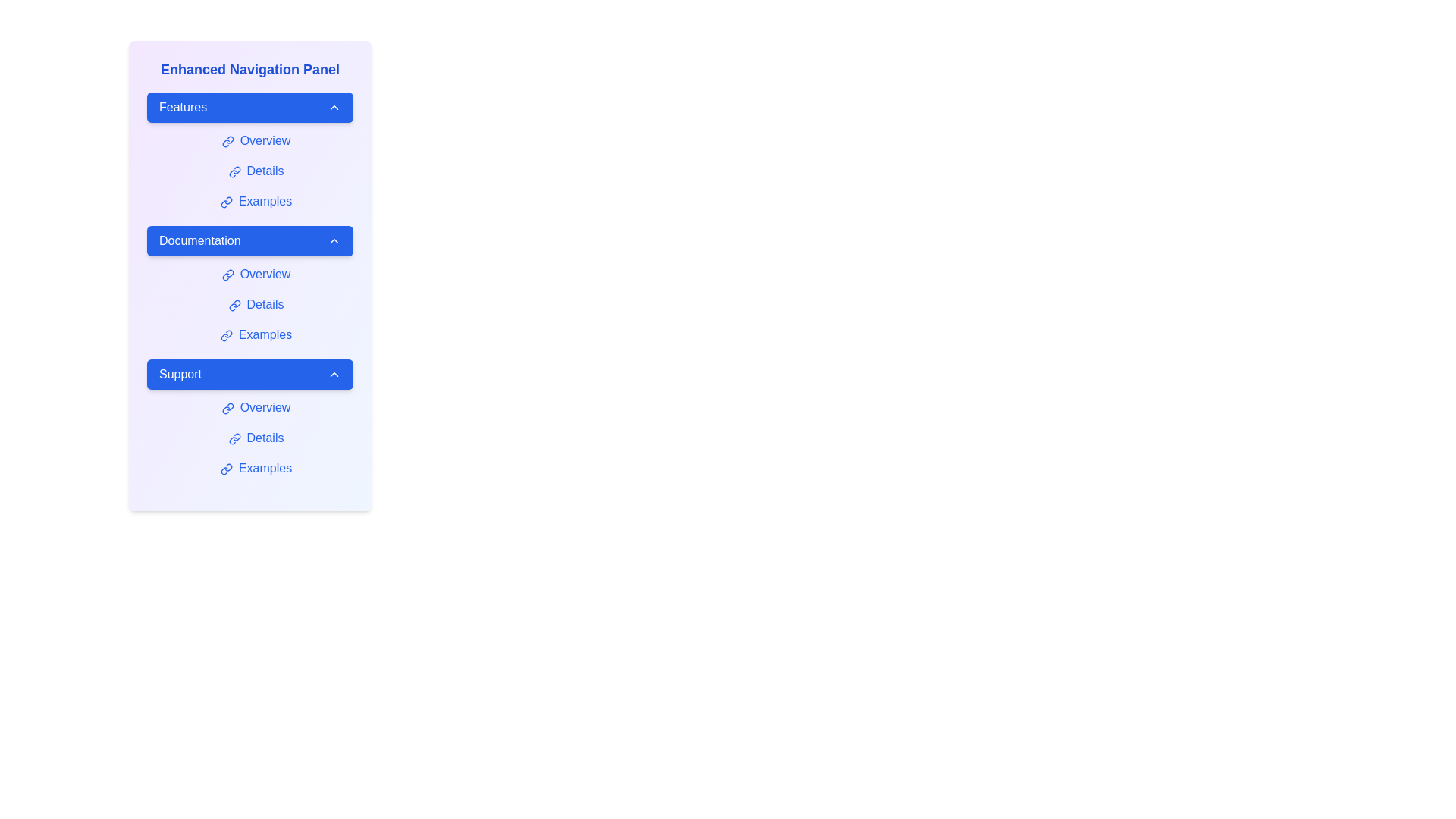 The width and height of the screenshot is (1456, 819). What do you see at coordinates (256, 438) in the screenshot?
I see `the second link in the 'Support' section, located below the 'Overview' link and above the 'Examples' link` at bounding box center [256, 438].